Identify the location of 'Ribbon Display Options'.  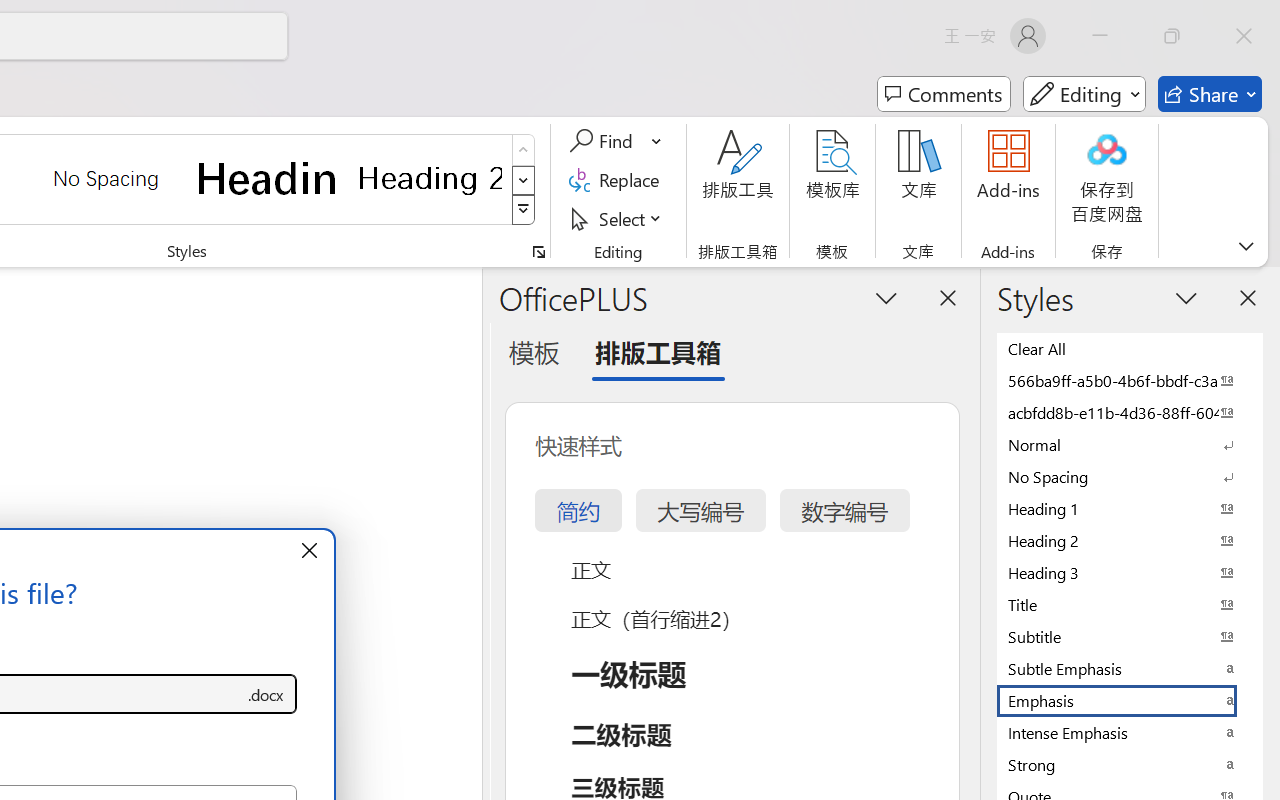
(1245, 245).